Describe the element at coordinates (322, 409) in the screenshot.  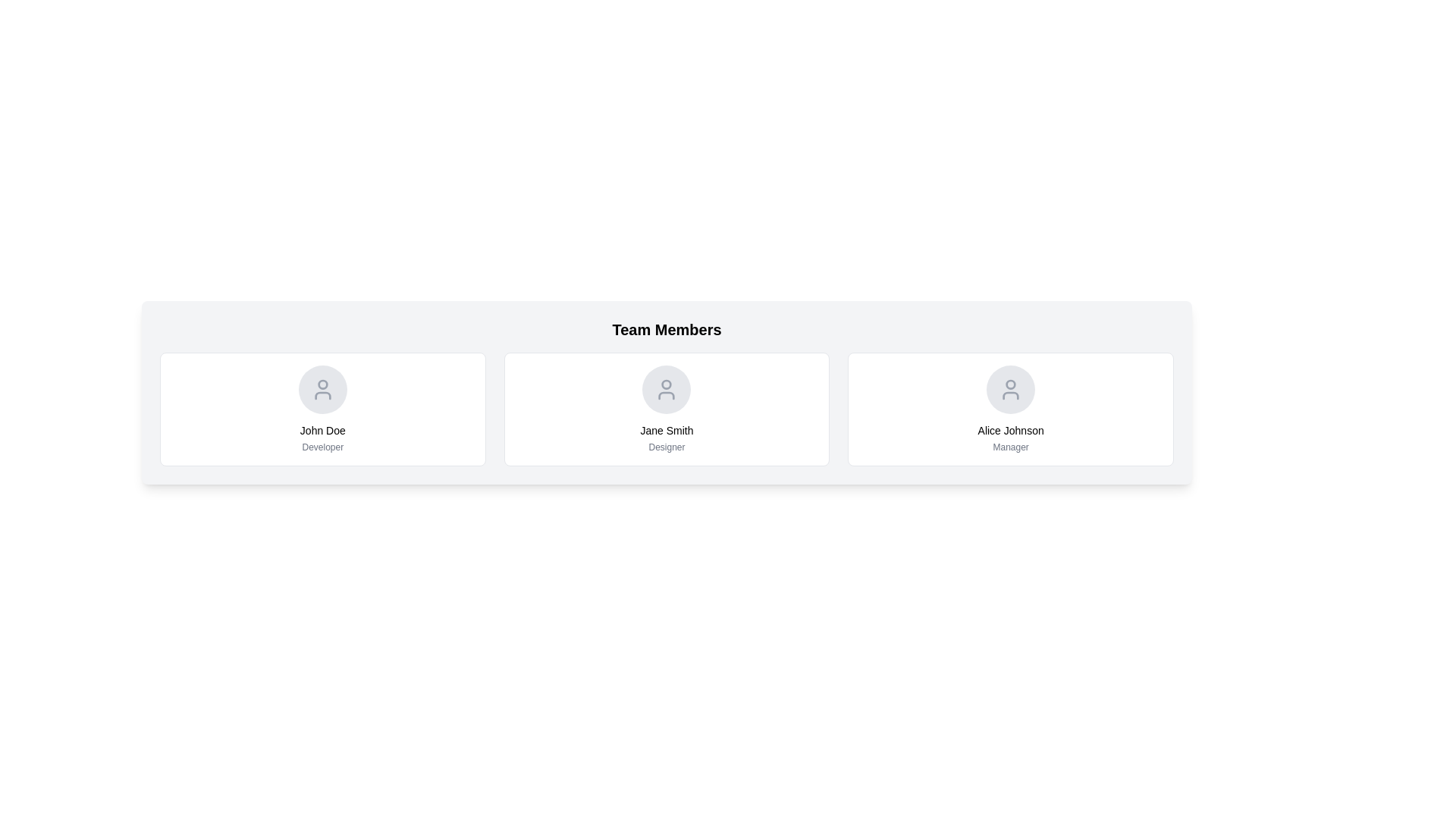
I see `the first Profile Card in the row of three under the 'Team Members' heading, which displays a team member's name and role` at that location.